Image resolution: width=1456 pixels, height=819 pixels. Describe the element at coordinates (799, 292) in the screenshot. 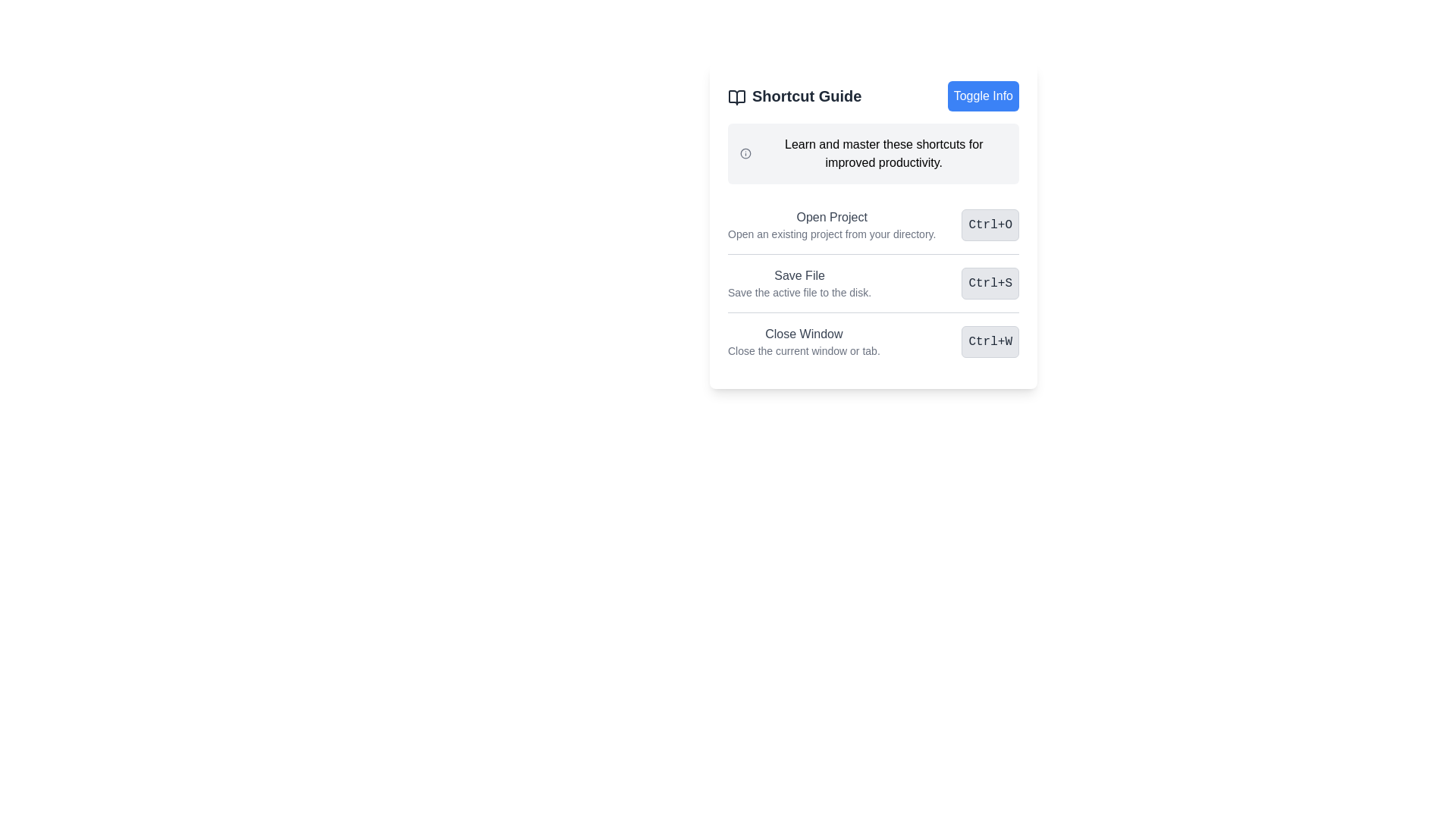

I see `the text element that reads 'Save the active file to the disk.' which is displayed in a light-gray font below the heading 'Save File.'` at that location.